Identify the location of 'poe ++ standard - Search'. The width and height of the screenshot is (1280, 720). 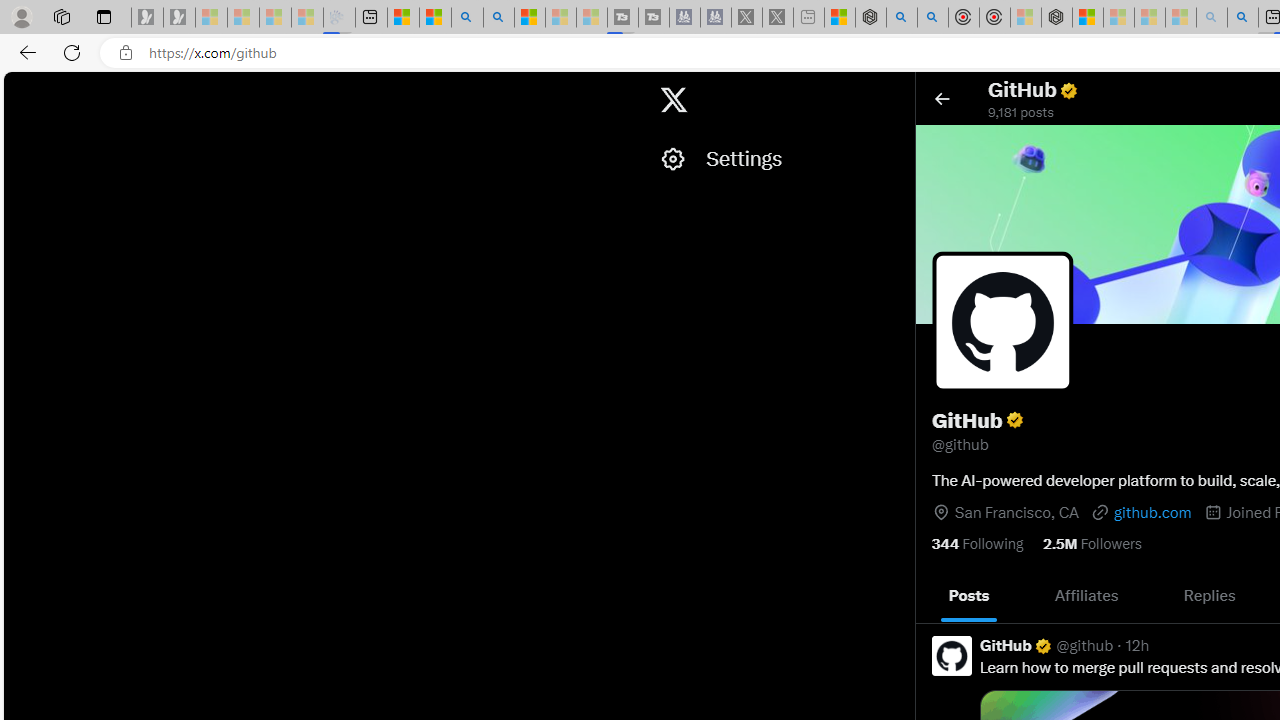
(932, 17).